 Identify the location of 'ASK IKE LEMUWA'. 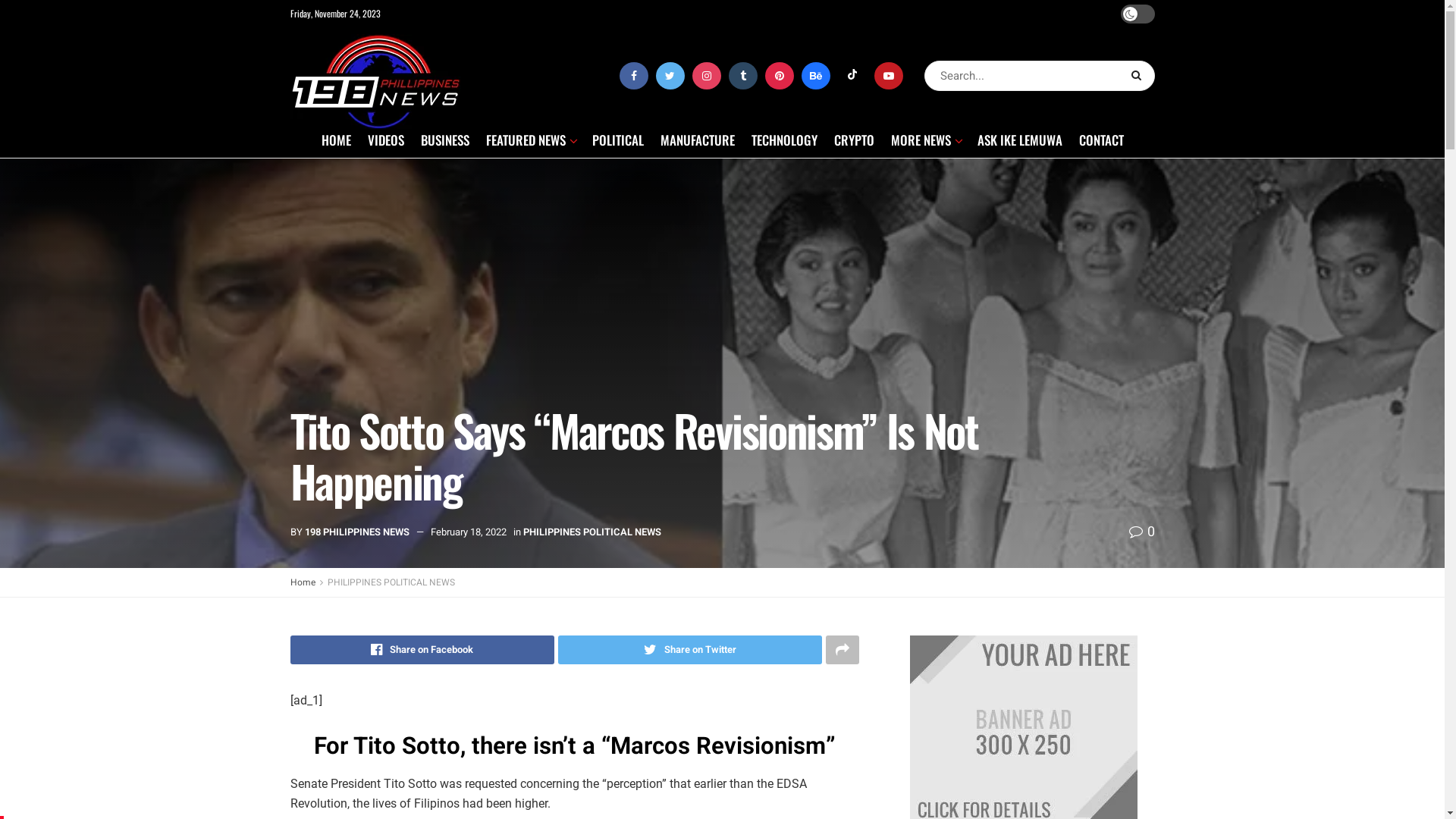
(1019, 140).